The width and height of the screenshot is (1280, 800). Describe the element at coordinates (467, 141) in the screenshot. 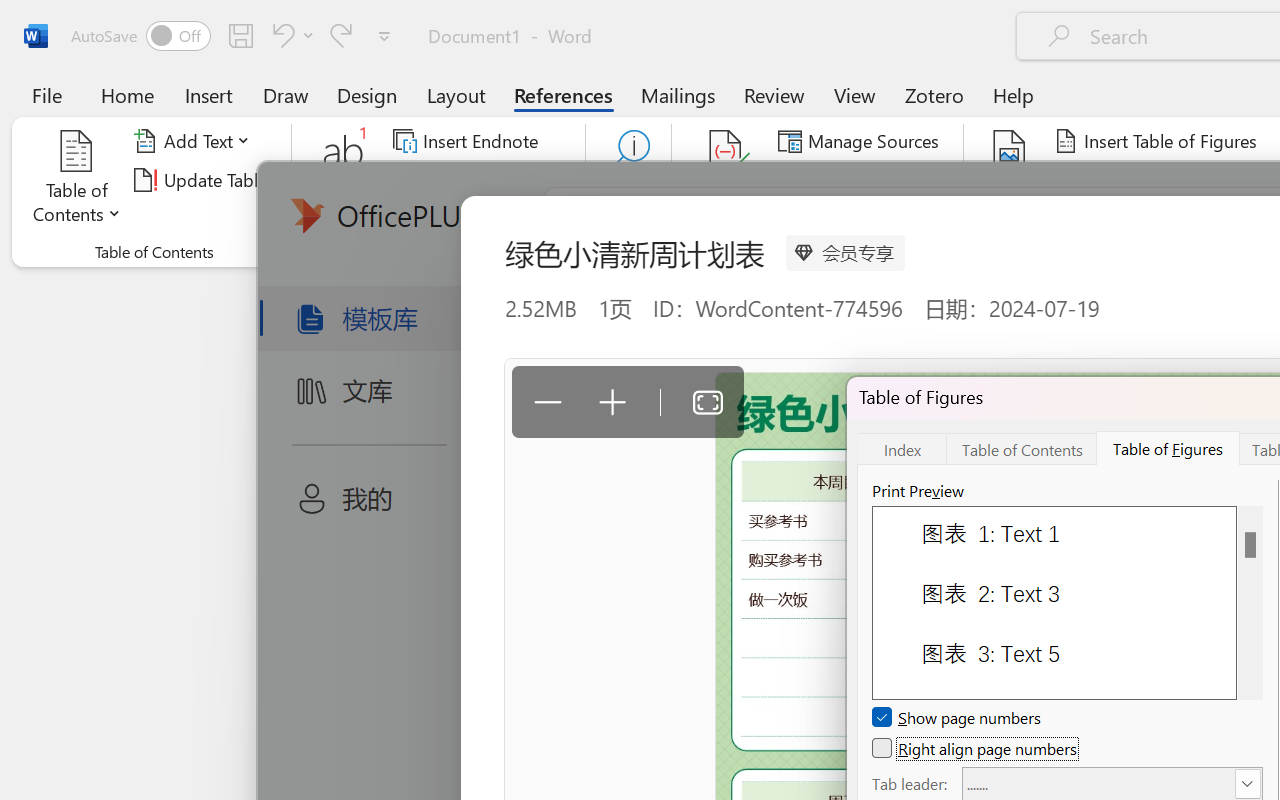

I see `'Insert Endnote'` at that location.